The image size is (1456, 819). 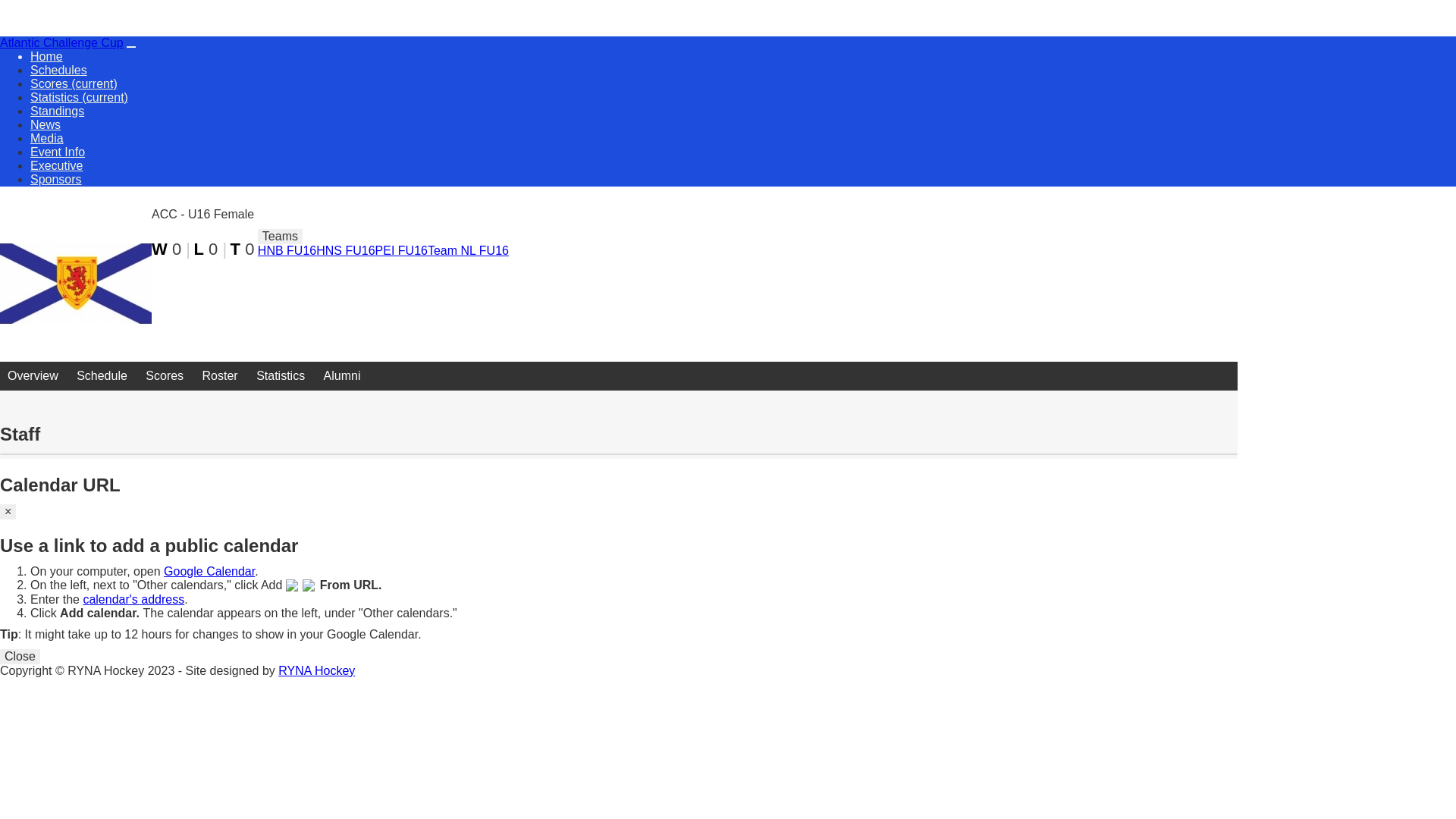 What do you see at coordinates (427, 249) in the screenshot?
I see `'Team NL FU16'` at bounding box center [427, 249].